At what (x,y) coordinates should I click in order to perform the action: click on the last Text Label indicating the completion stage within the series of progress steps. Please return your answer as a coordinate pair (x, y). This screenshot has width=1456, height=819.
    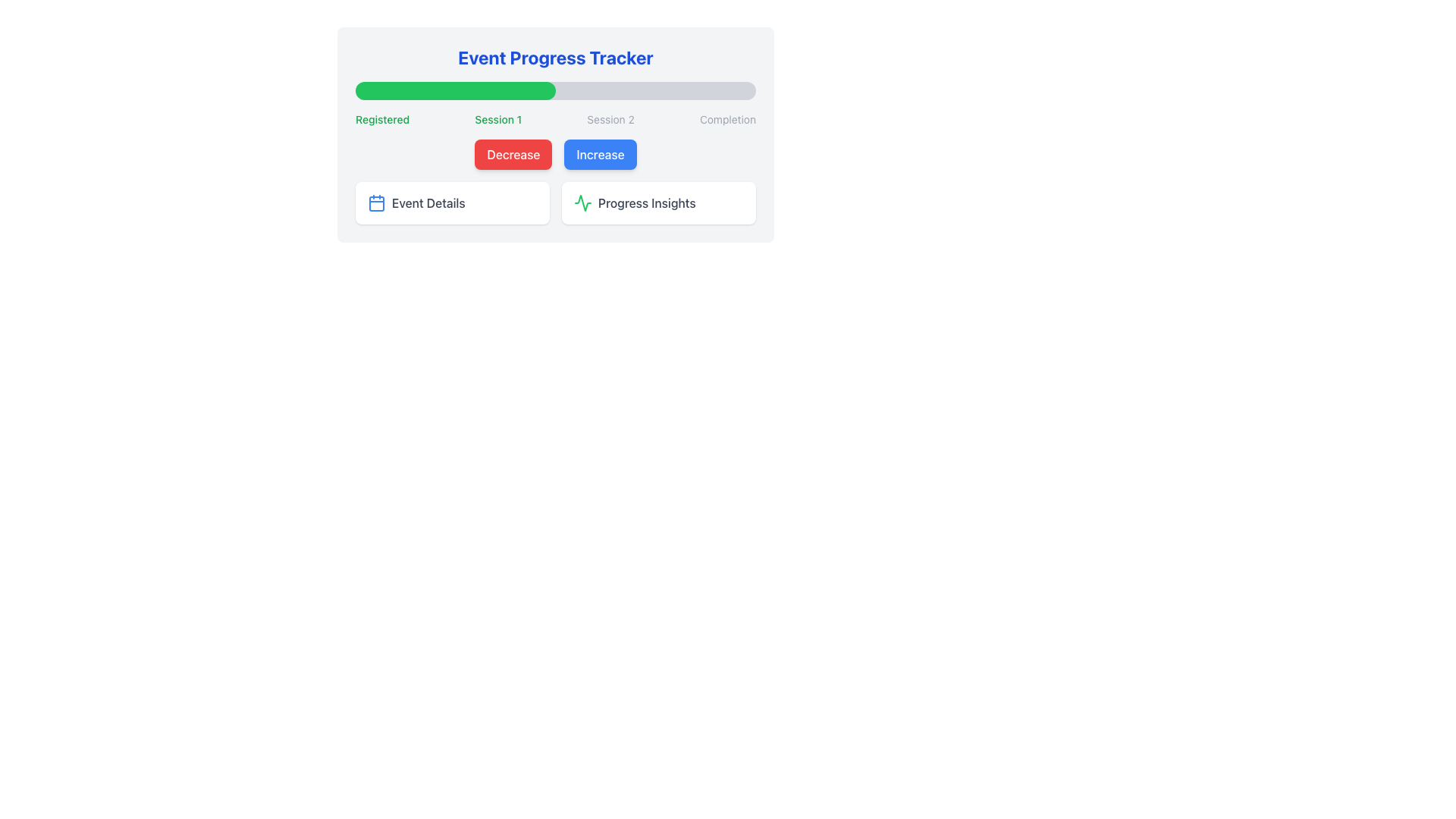
    Looking at the image, I should click on (728, 119).